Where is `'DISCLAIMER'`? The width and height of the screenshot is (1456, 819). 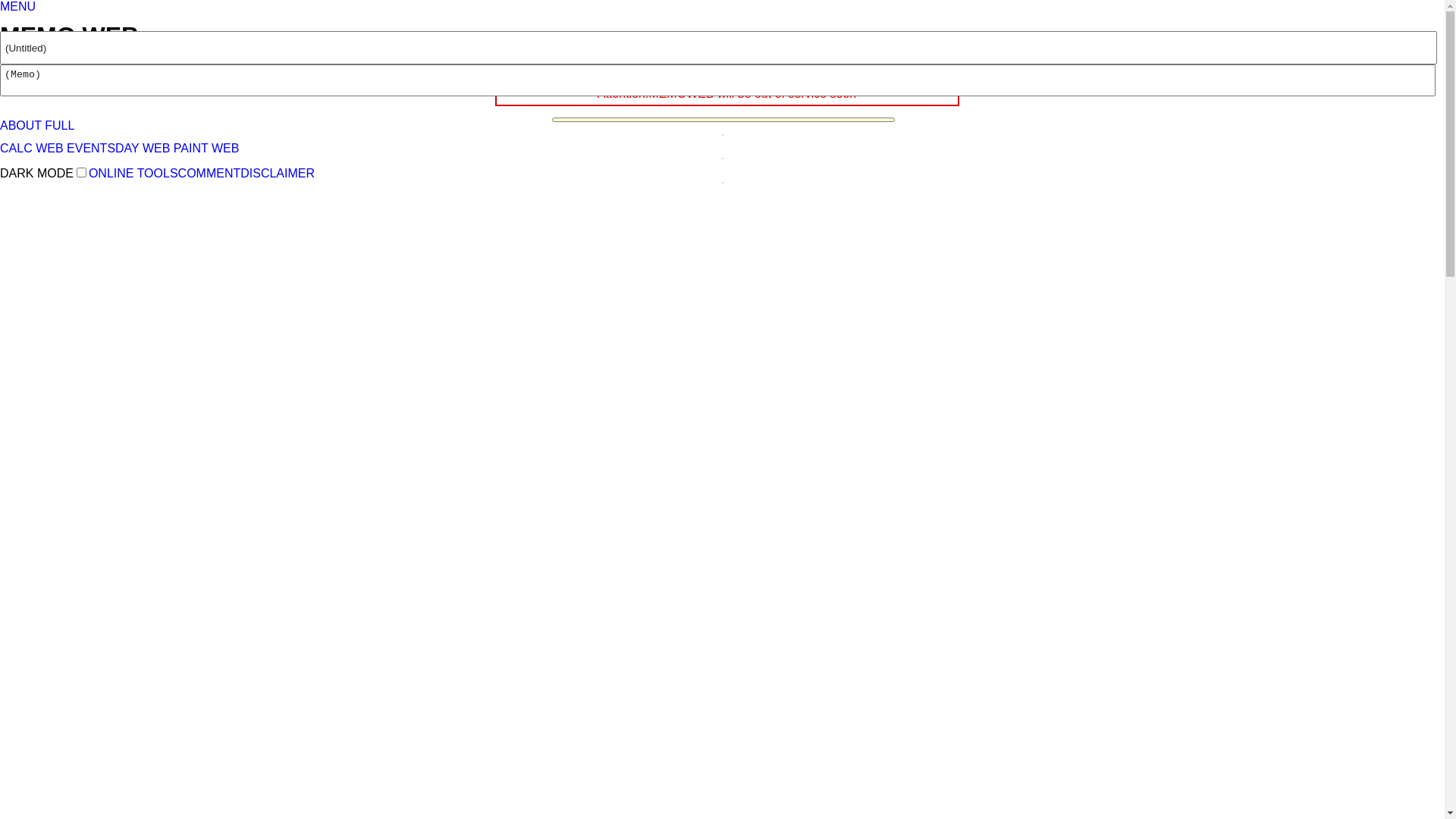
'DISCLAIMER' is located at coordinates (277, 172).